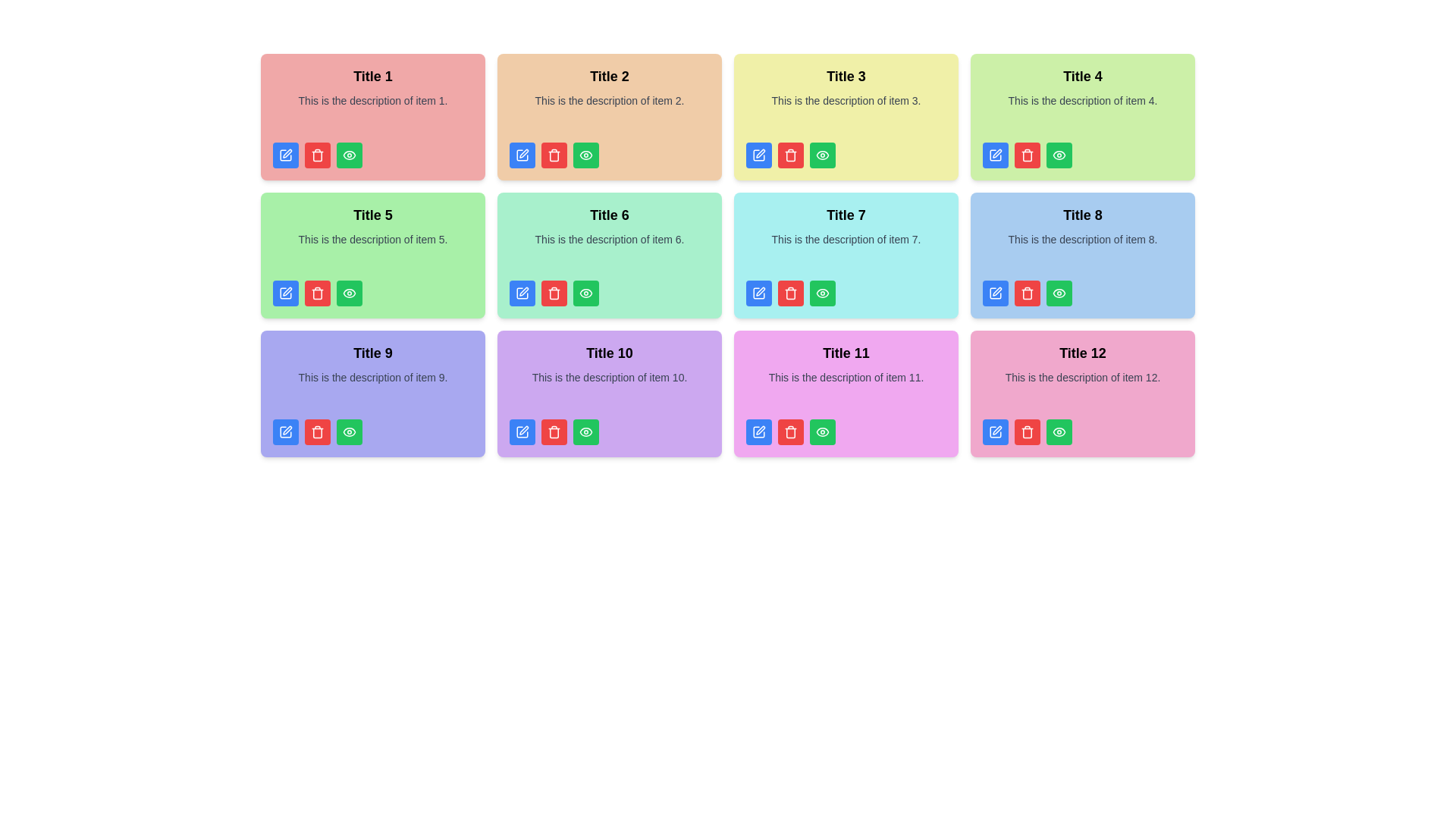 Image resolution: width=1456 pixels, height=819 pixels. Describe the element at coordinates (553, 432) in the screenshot. I see `the trash can part of the SVG icon, which is positioned at the bottom-middle of the 'trash can' SVG group, directly below the lid and above the curved top of the bin's body` at that location.